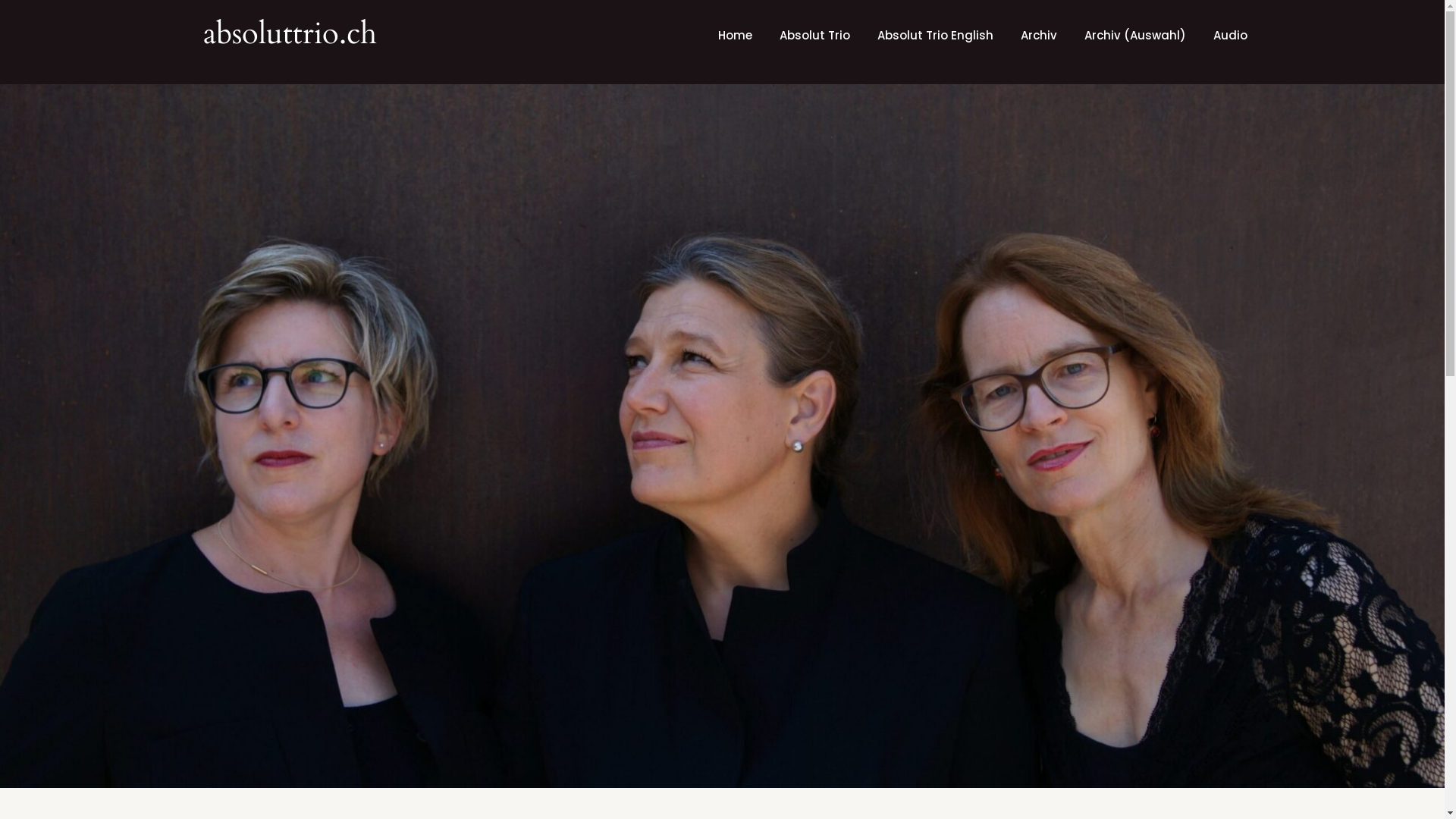 The image size is (1456, 819). I want to click on 'Home', so click(734, 35).